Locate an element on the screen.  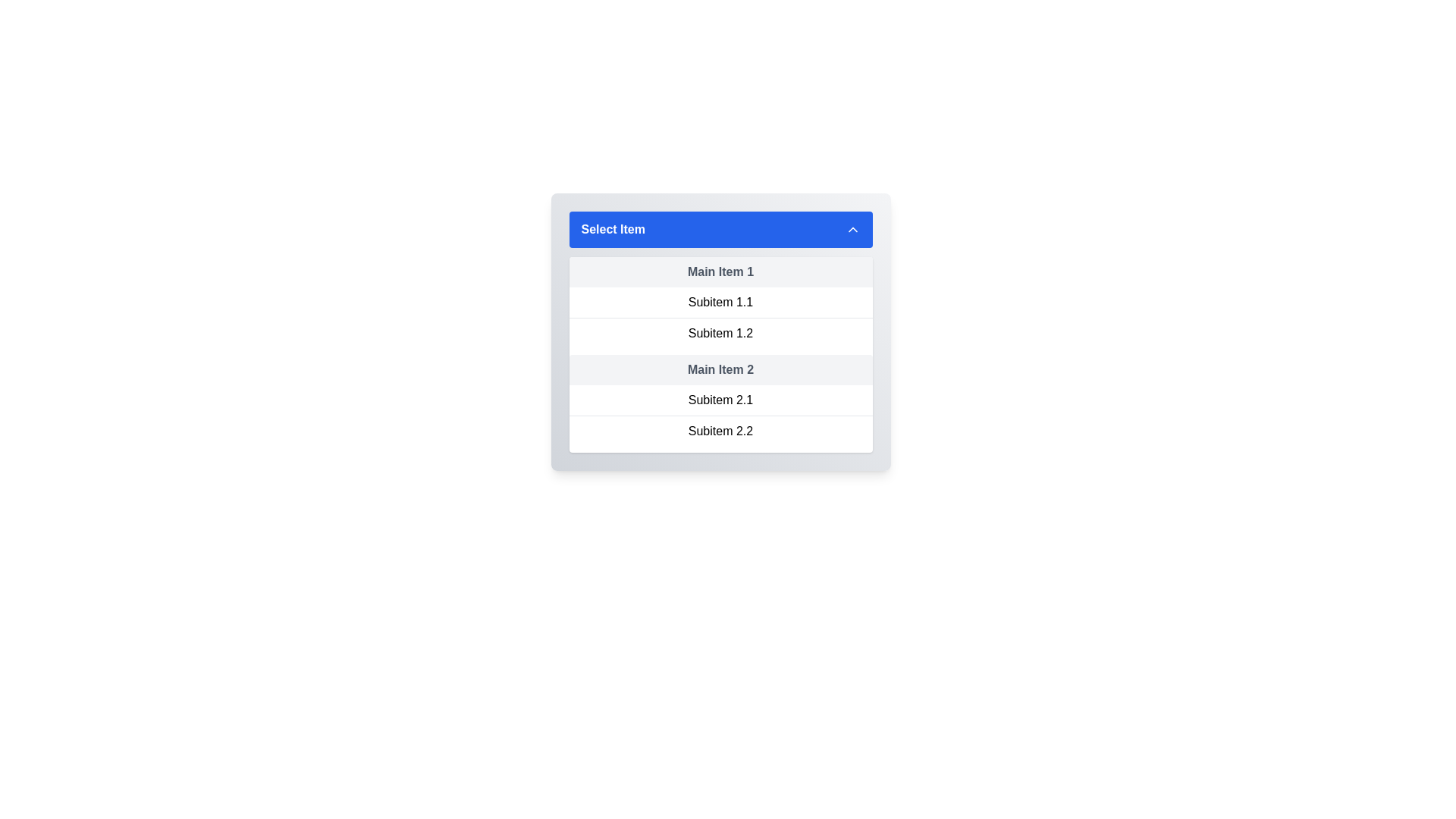
the label indicating the current selection for the dropdown menu, positioned on the left side of the blue-colored bar at the top of the dropdown, next to a down arrow icon is located at coordinates (613, 230).